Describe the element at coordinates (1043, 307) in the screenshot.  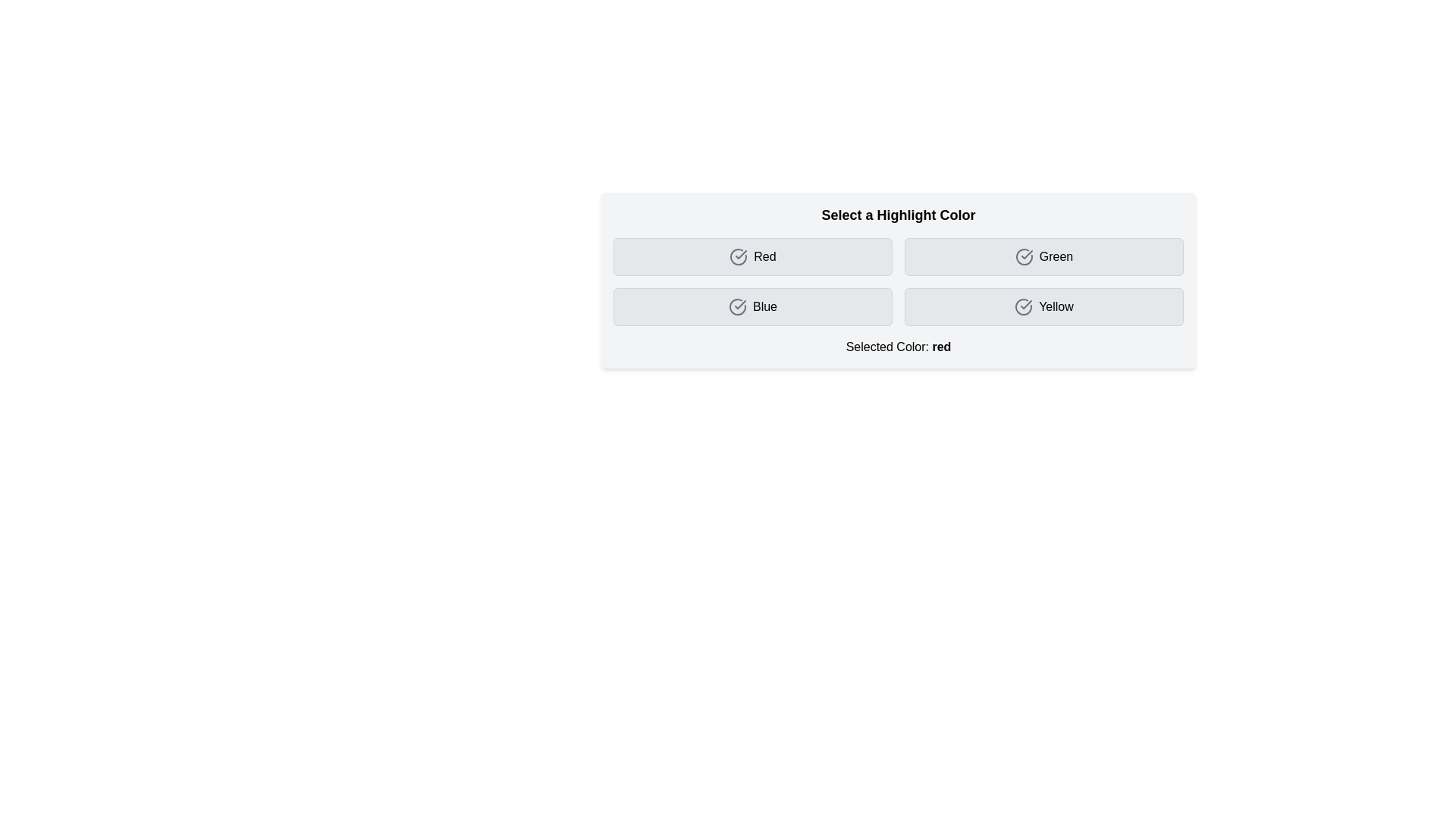
I see `the button corresponding to the color Yellow` at that location.